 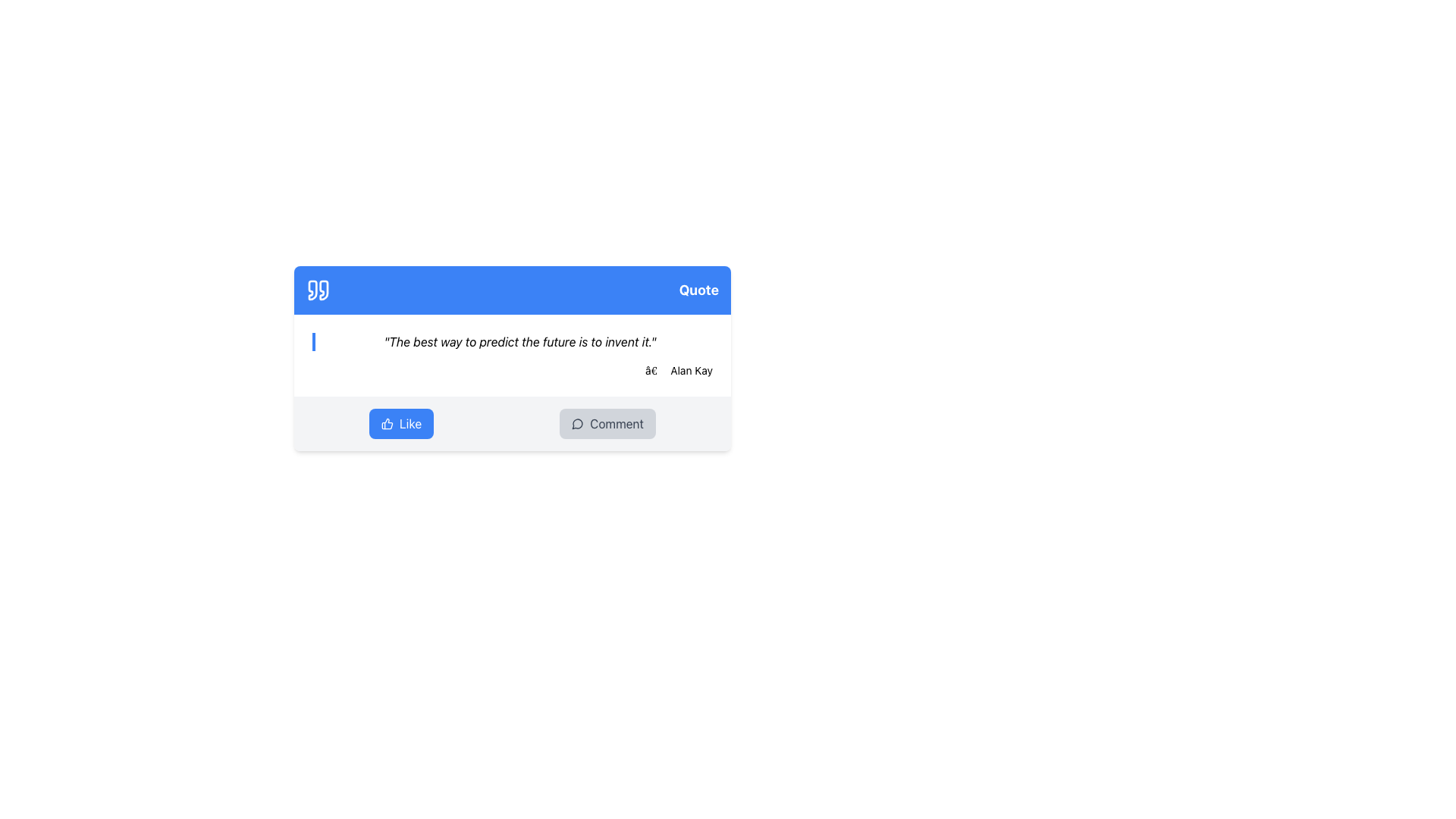 I want to click on the 'Comment' icon which is an SVG graphic located to the left of the text 'Comment' within the 'Comment' button at the bottom right part of the card, so click(x=577, y=424).